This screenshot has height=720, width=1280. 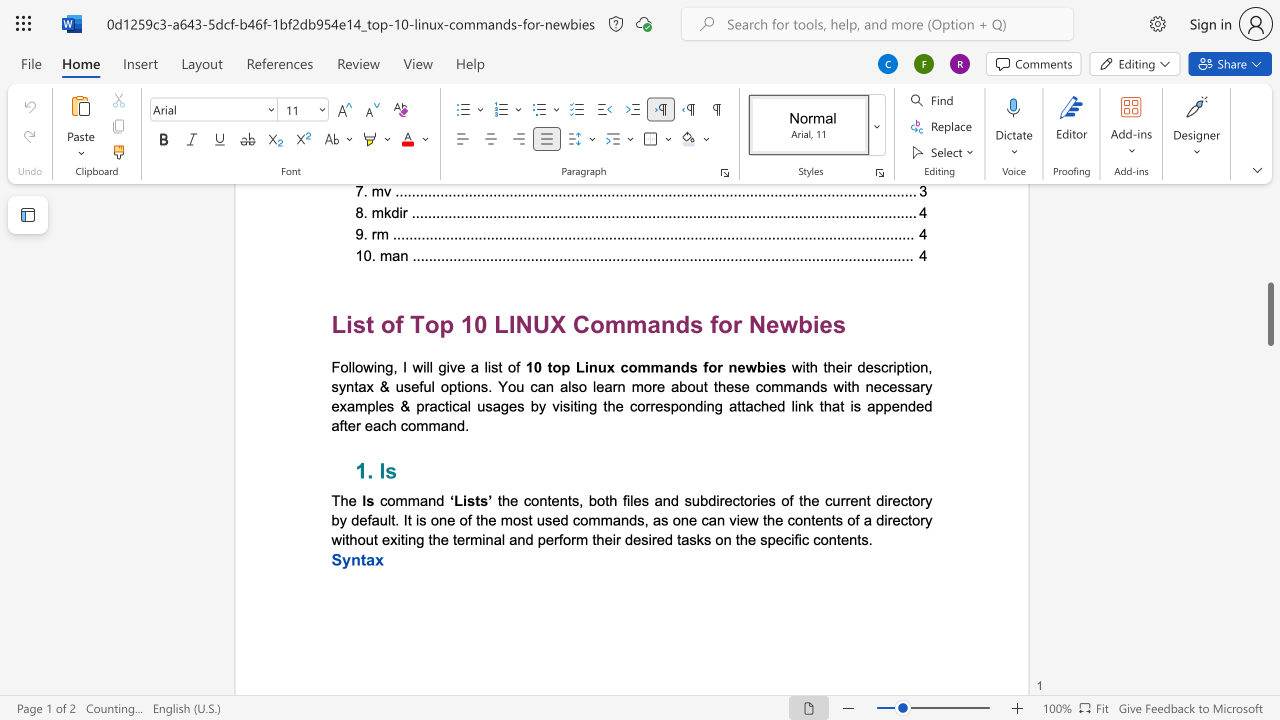 What do you see at coordinates (1269, 338) in the screenshot?
I see `the vertical scrollbar to raise the page content` at bounding box center [1269, 338].